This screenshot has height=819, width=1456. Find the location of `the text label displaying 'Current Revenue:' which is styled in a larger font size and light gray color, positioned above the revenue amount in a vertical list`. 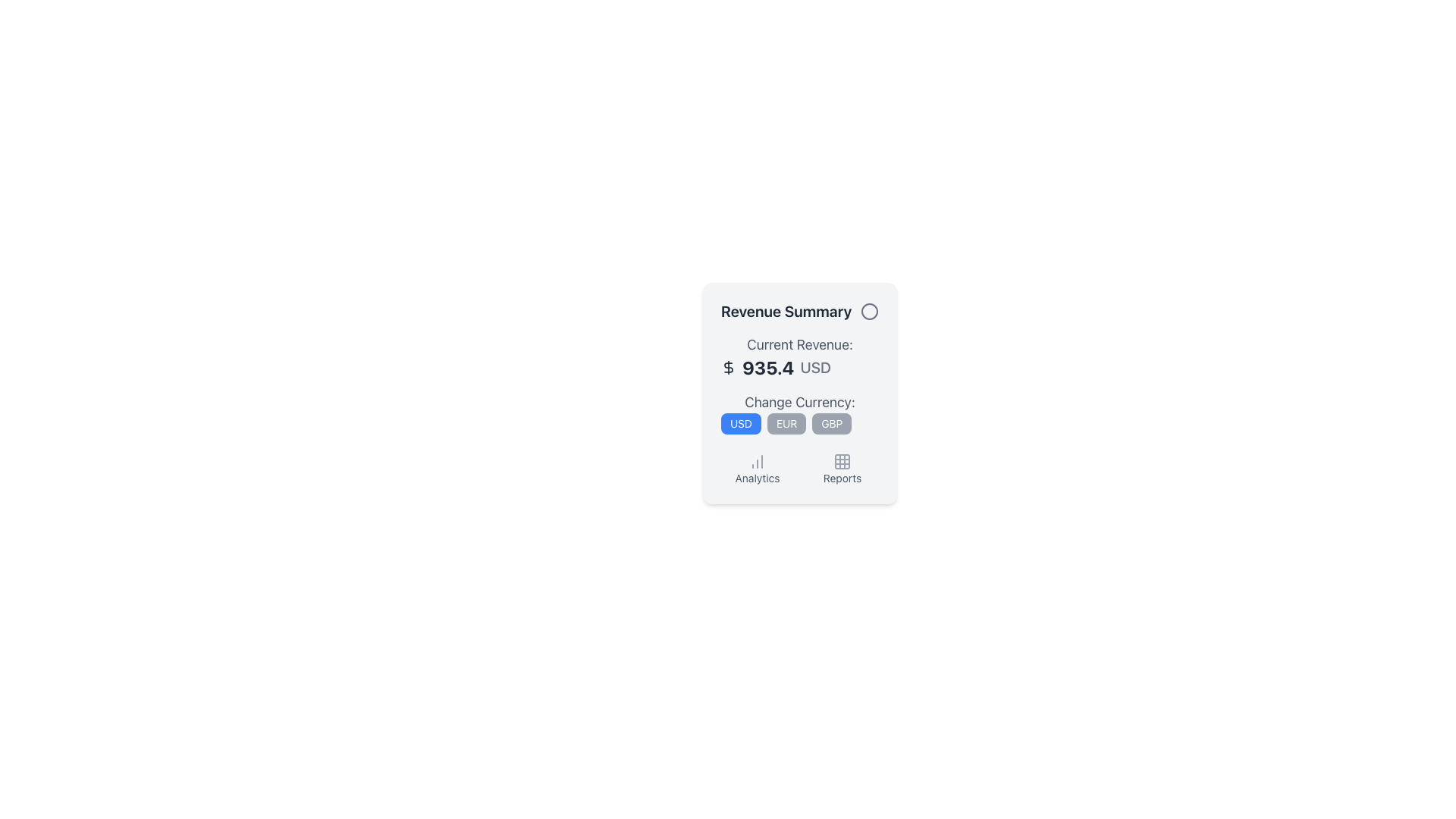

the text label displaying 'Current Revenue:' which is styled in a larger font size and light gray color, positioned above the revenue amount in a vertical list is located at coordinates (799, 345).